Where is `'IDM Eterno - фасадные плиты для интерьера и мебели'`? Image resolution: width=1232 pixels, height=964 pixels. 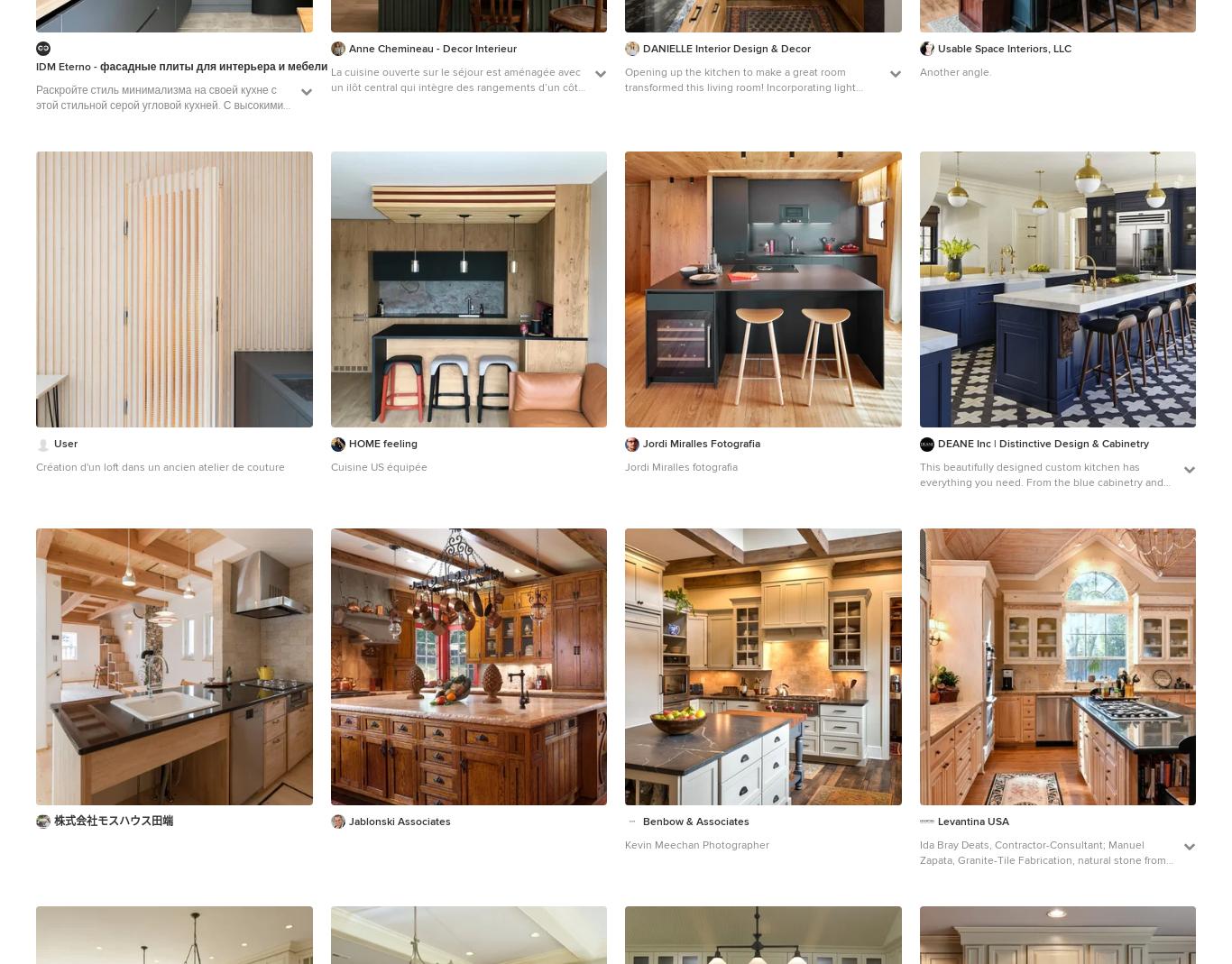 'IDM Eterno - фасадные плиты для интерьера и мебели' is located at coordinates (180, 65).